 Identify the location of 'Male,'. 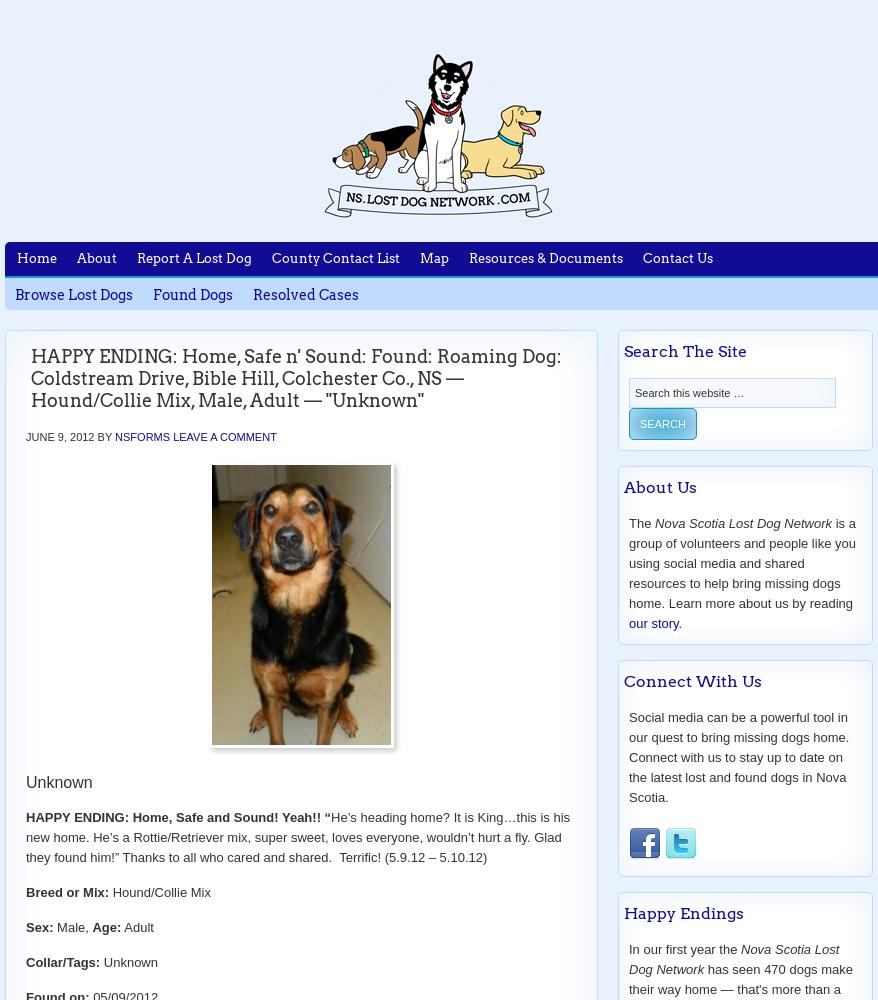
(72, 926).